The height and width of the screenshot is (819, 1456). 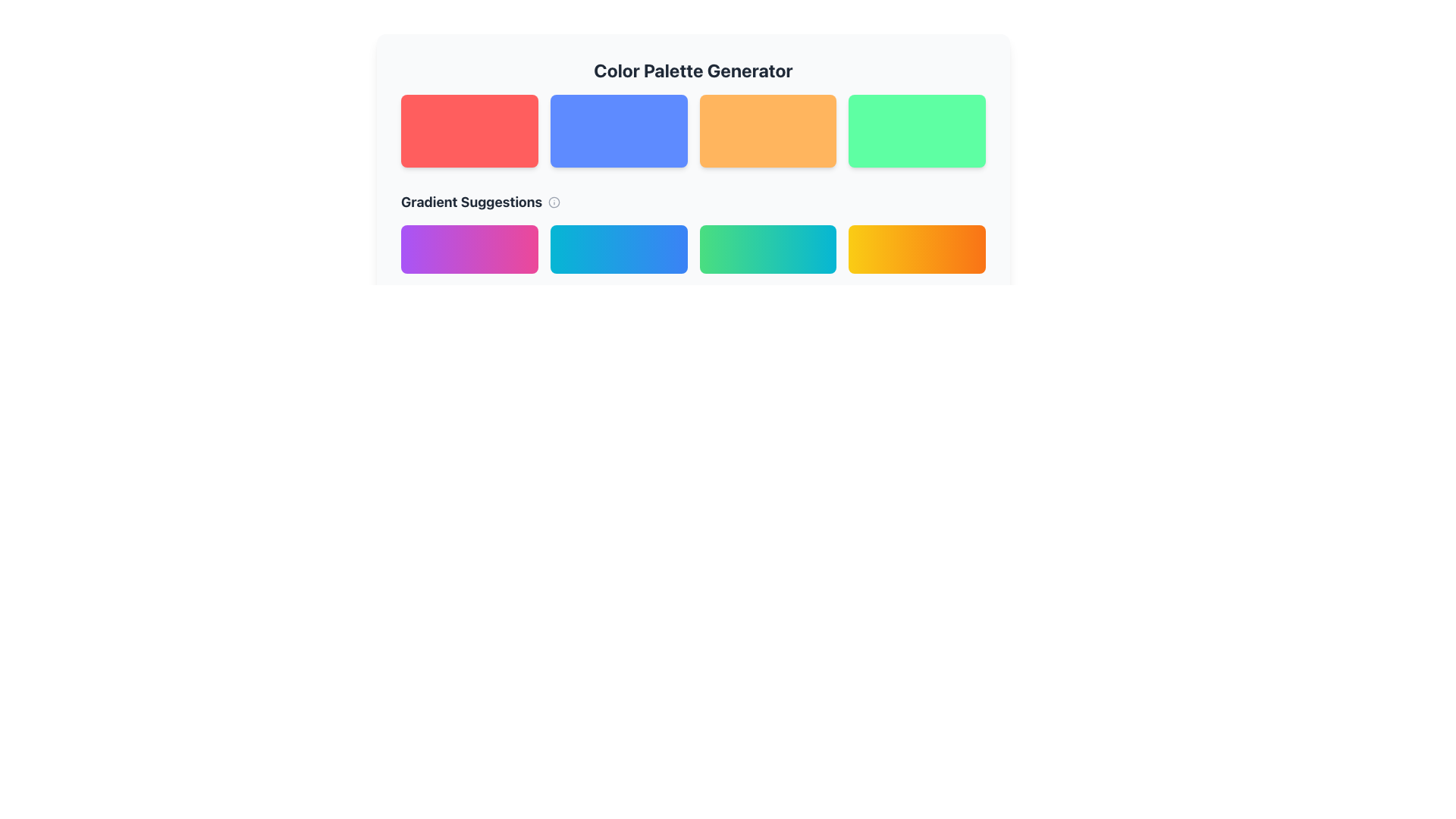 I want to click on the second button in the top row of the grid layout, located between the red and orange rectangles, to interact with the color palette data, so click(x=619, y=130).